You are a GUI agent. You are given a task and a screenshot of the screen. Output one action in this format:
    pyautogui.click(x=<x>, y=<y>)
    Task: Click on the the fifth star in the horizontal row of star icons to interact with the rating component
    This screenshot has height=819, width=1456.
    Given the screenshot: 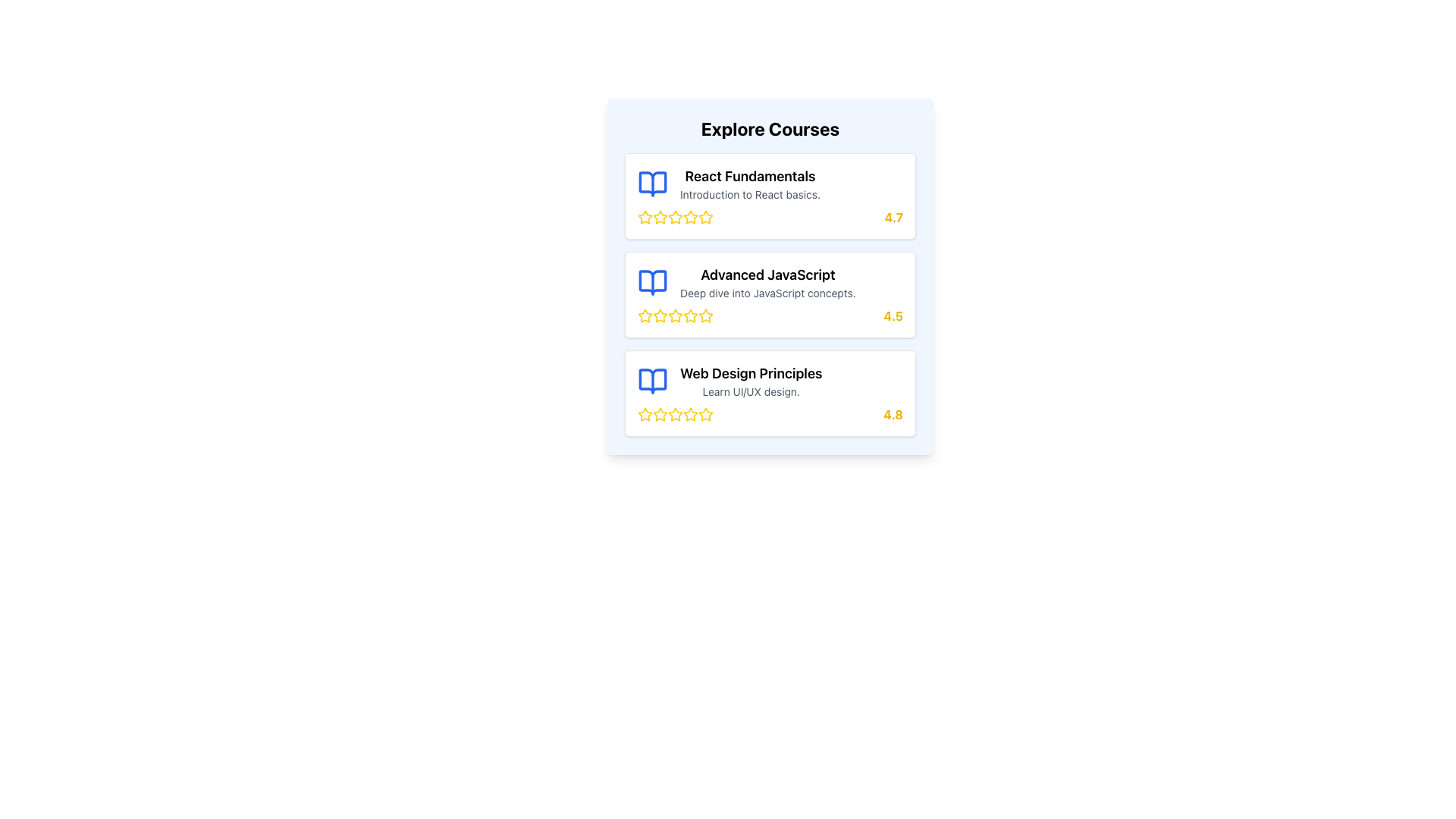 What is the action you would take?
    pyautogui.click(x=644, y=414)
    